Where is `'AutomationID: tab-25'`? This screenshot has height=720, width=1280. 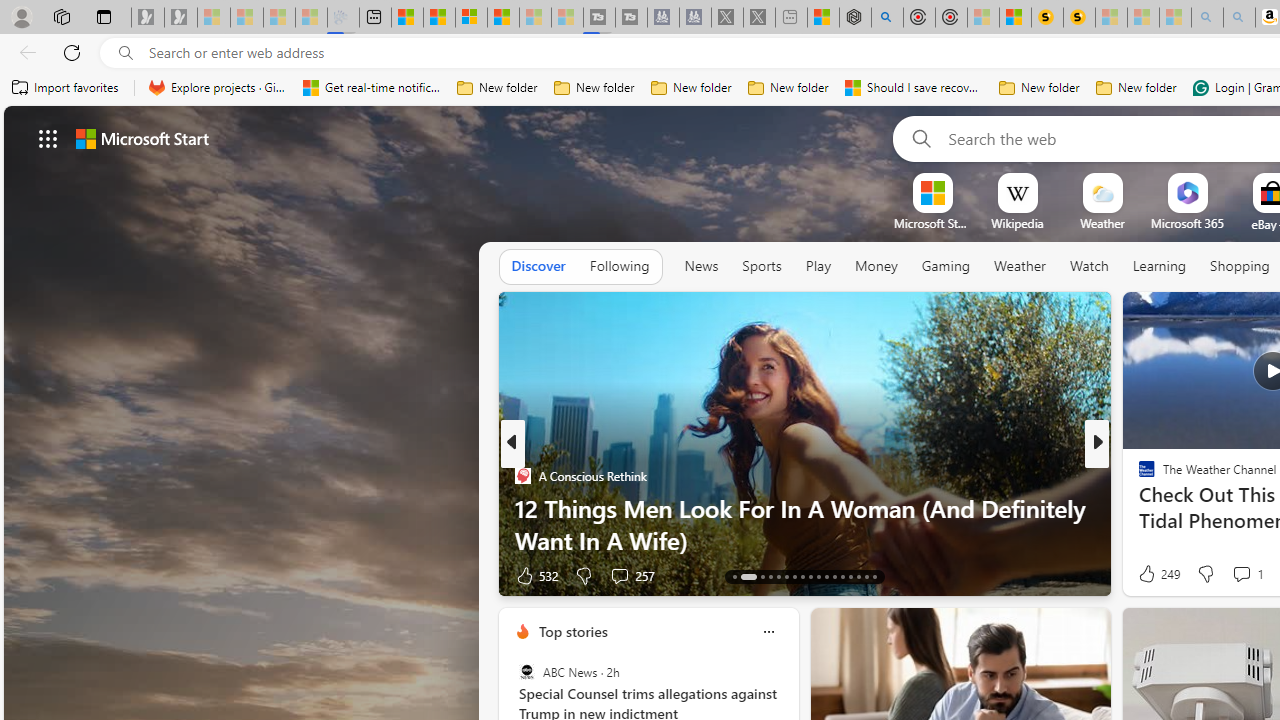
'AutomationID: tab-25' is located at coordinates (842, 577).